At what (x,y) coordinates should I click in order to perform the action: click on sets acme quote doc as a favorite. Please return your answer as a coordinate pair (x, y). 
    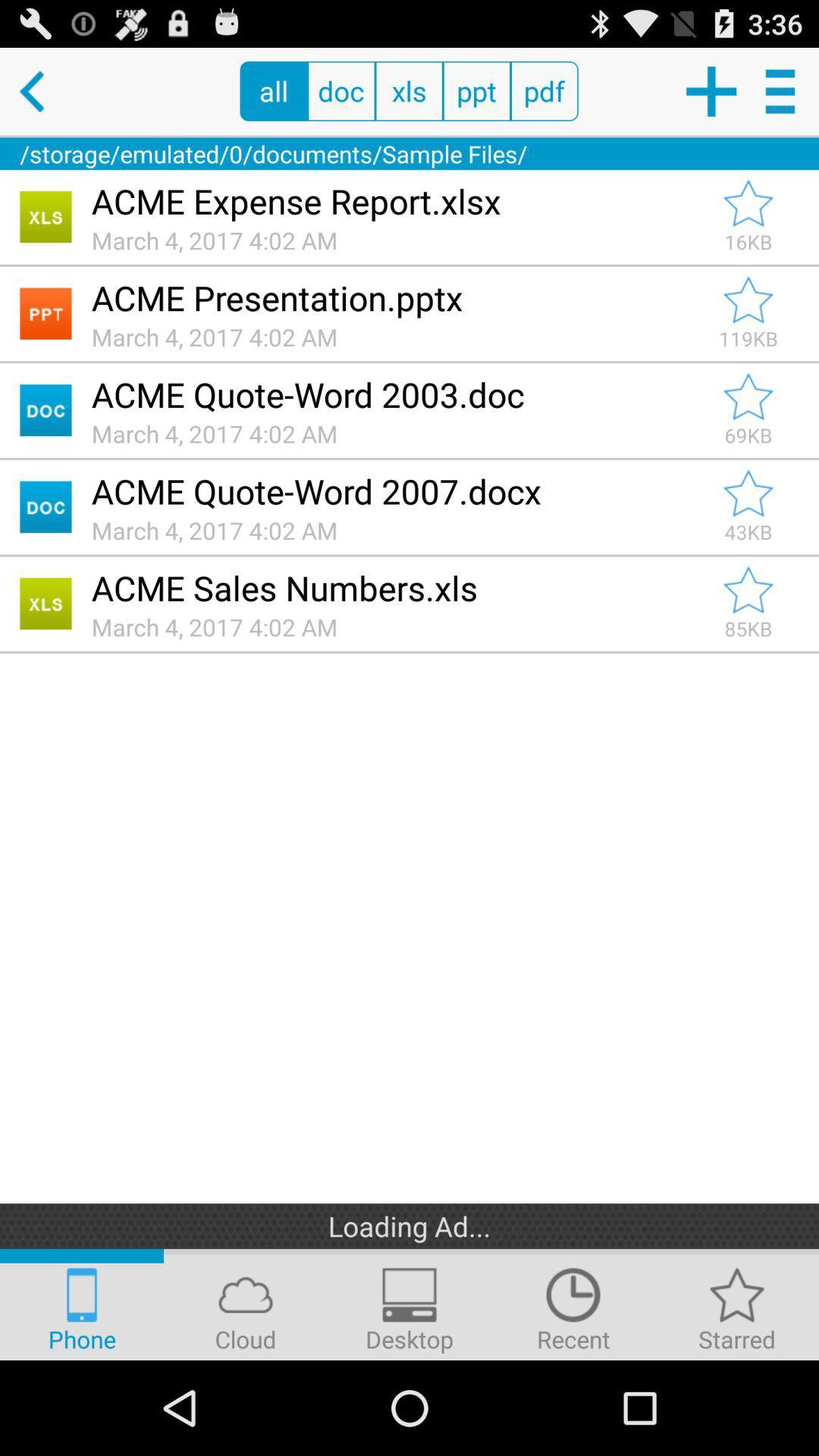
    Looking at the image, I should click on (748, 494).